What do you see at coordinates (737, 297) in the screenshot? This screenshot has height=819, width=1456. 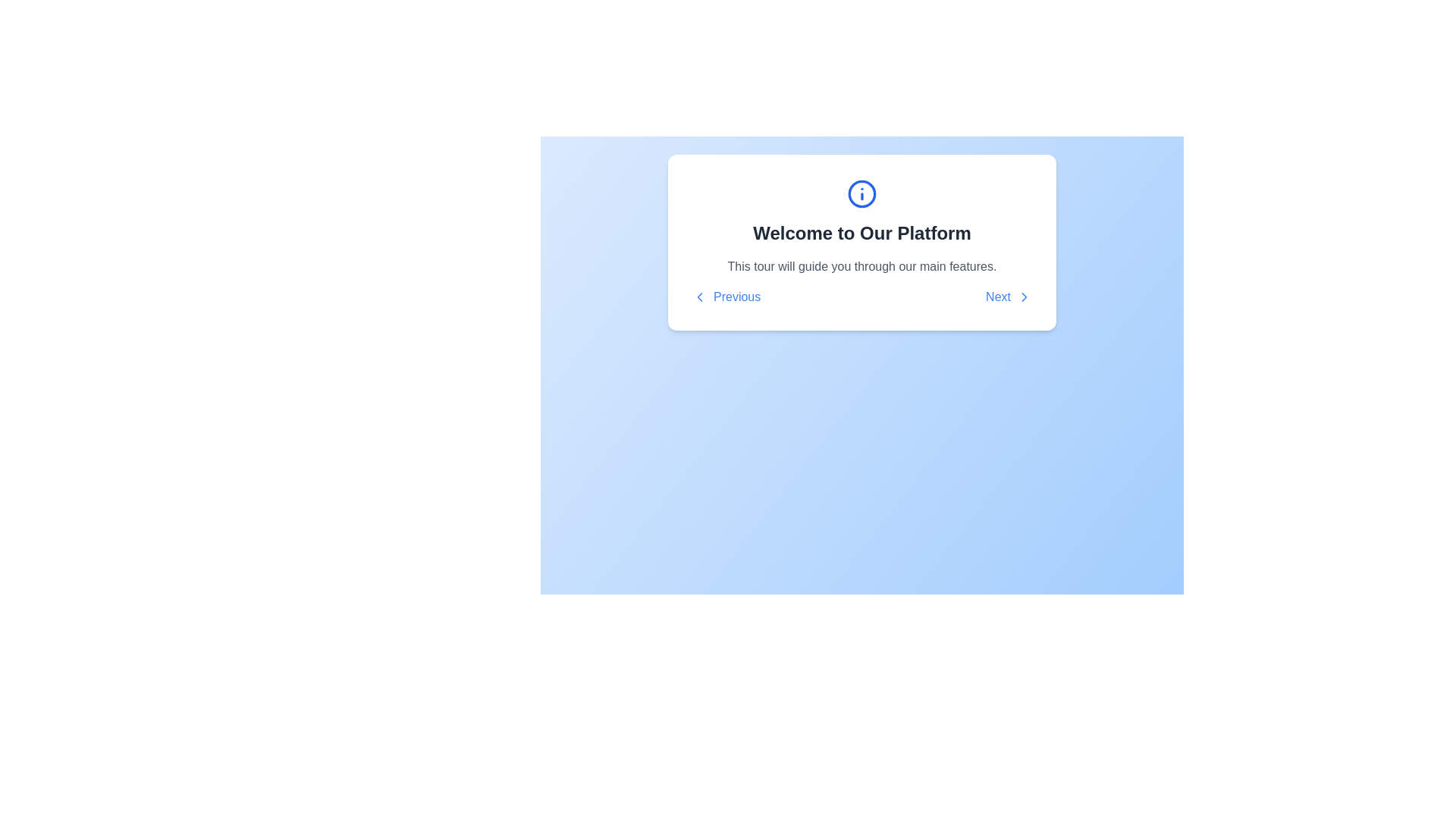 I see `the 'Previous' text label located in the lower-left area of the modal dialog box` at bounding box center [737, 297].